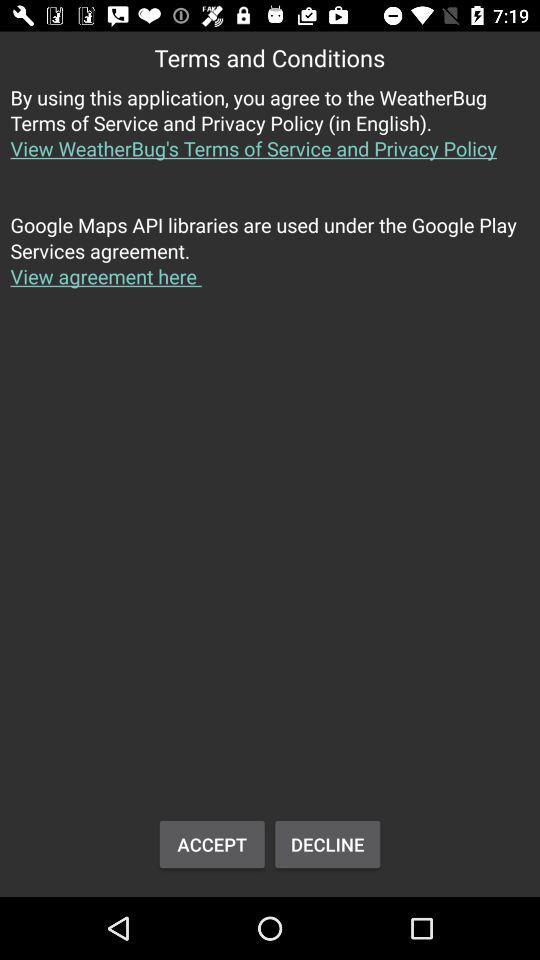 The width and height of the screenshot is (540, 960). Describe the element at coordinates (327, 843) in the screenshot. I see `item below google maps api icon` at that location.